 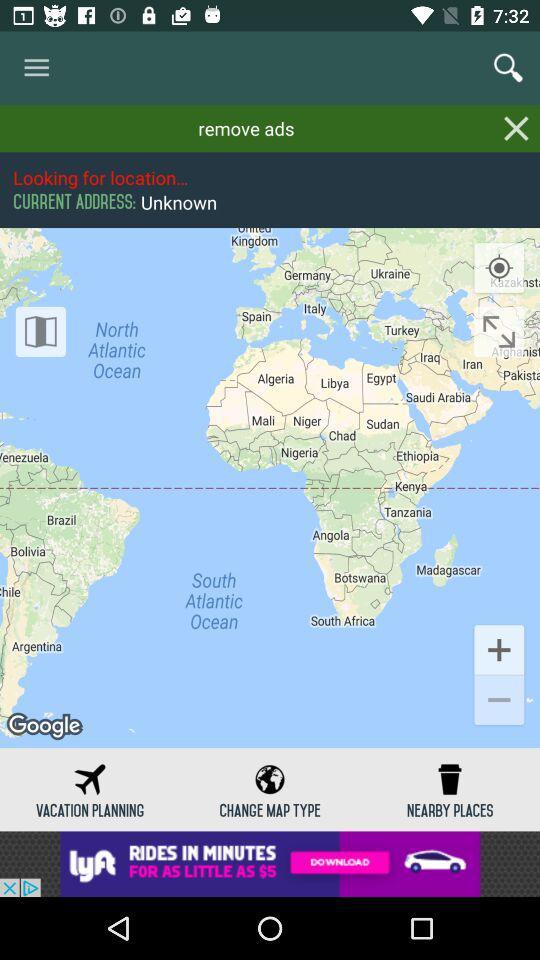 I want to click on the add icon, so click(x=498, y=648).